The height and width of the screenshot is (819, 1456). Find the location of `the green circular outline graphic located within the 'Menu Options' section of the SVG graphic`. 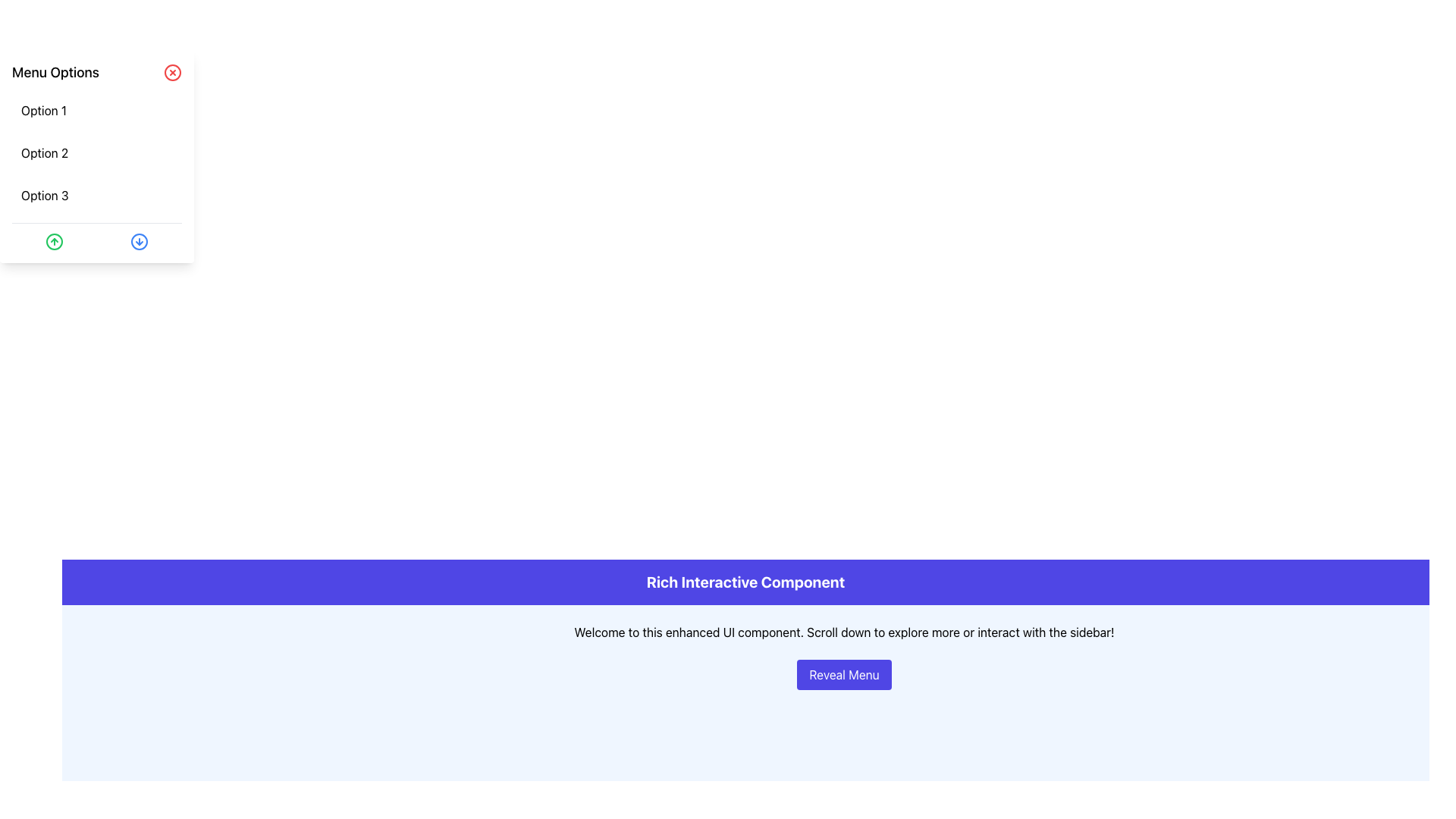

the green circular outline graphic located within the 'Menu Options' section of the SVG graphic is located at coordinates (55, 241).